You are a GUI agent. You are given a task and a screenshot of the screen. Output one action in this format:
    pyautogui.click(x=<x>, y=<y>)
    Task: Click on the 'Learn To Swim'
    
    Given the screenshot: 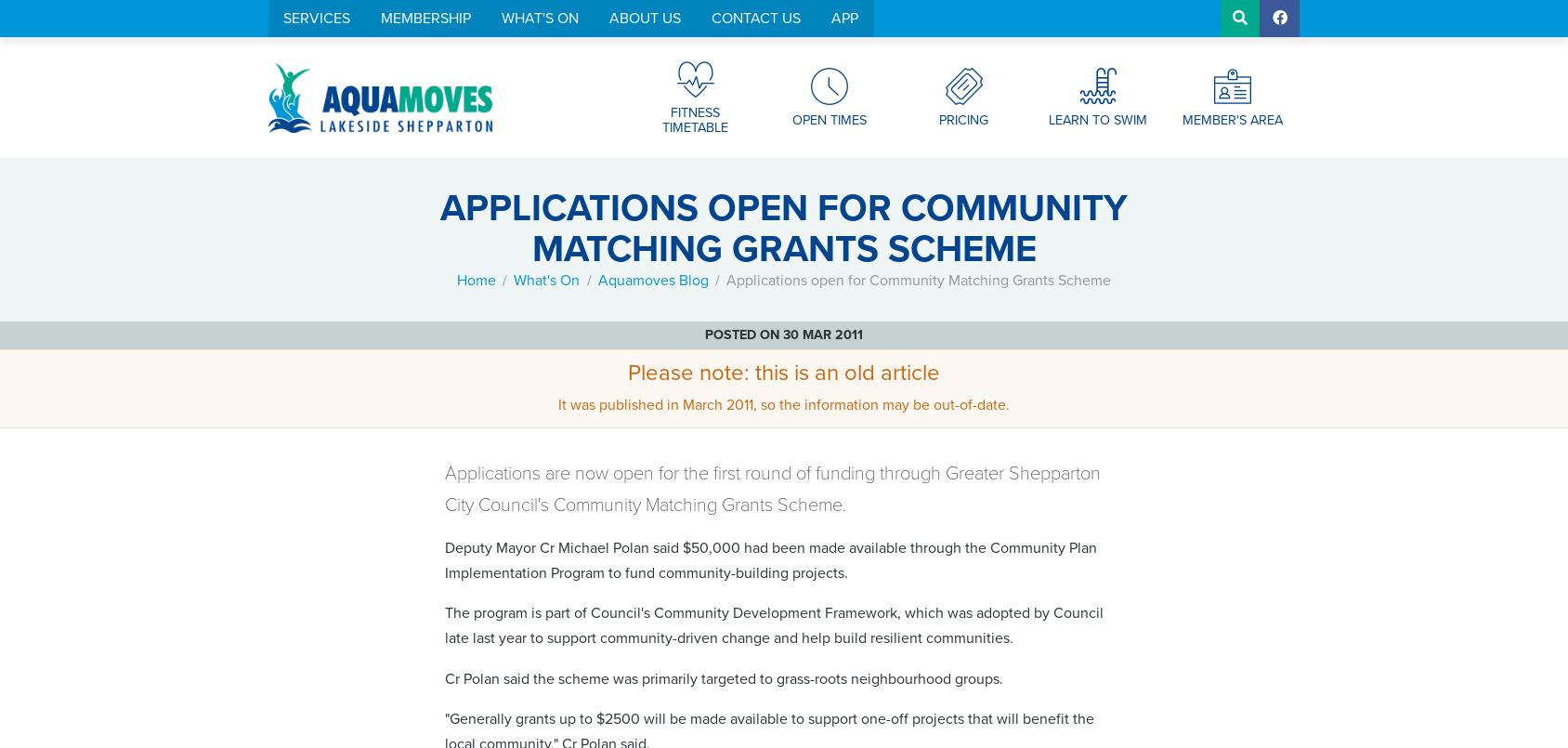 What is the action you would take?
    pyautogui.click(x=1097, y=119)
    